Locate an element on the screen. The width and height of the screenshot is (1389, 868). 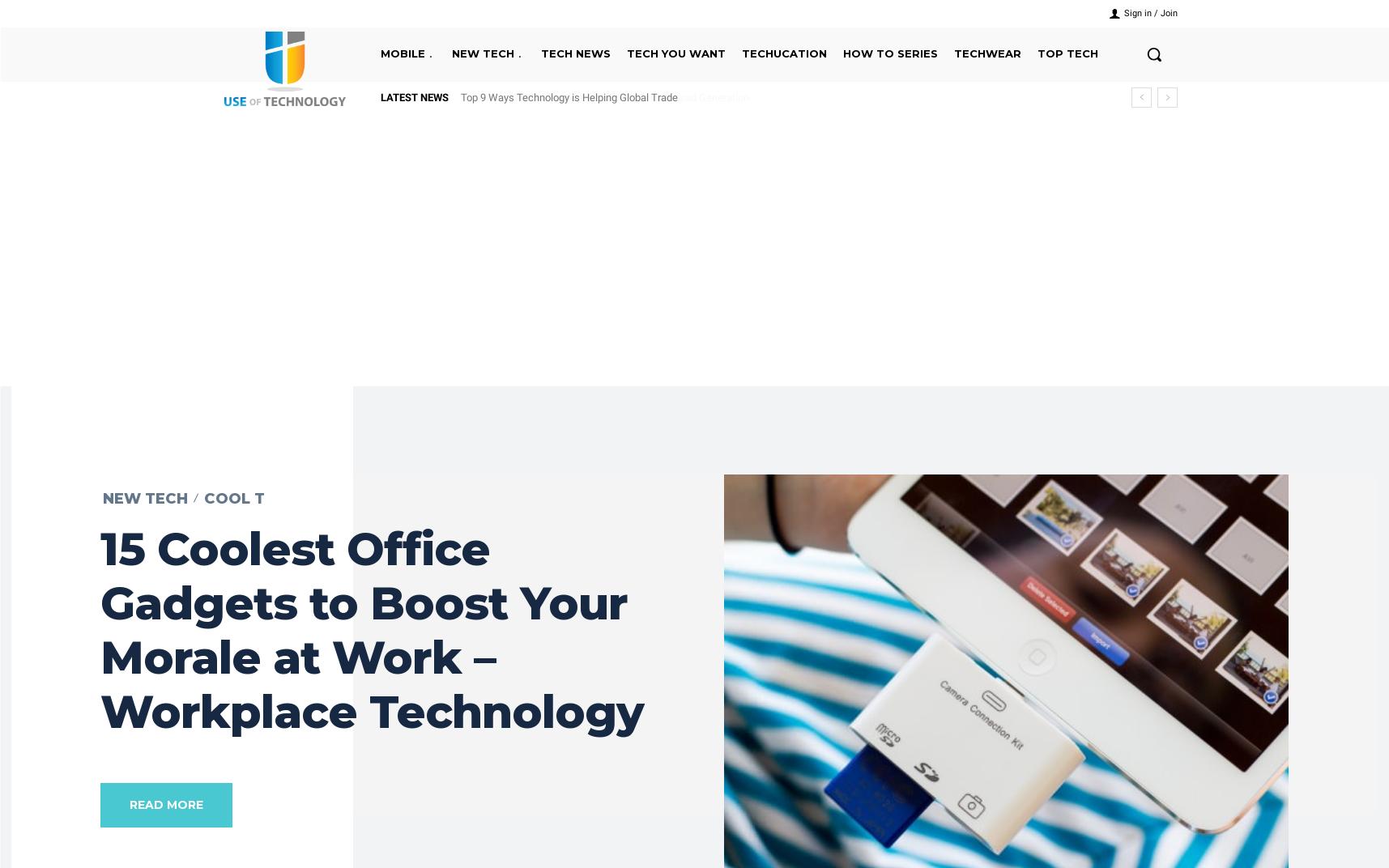
'type here...' is located at coordinates (653, 126).